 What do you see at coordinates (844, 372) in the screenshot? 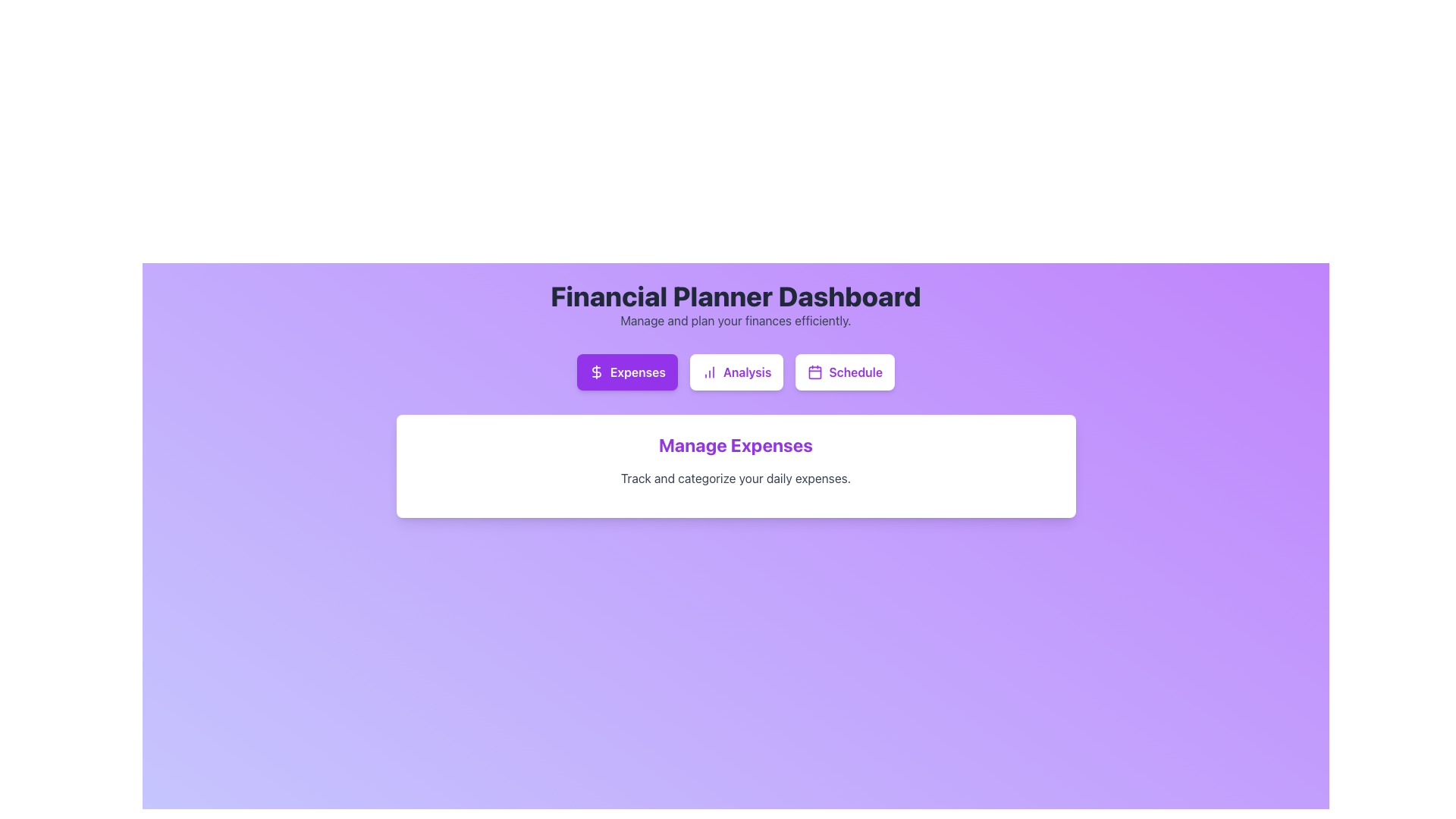
I see `the rounded rectangular button labeled 'Schedule' with a white background and purple text, located in the rightmost position under 'Financial Planner Dashboard.'` at bounding box center [844, 372].